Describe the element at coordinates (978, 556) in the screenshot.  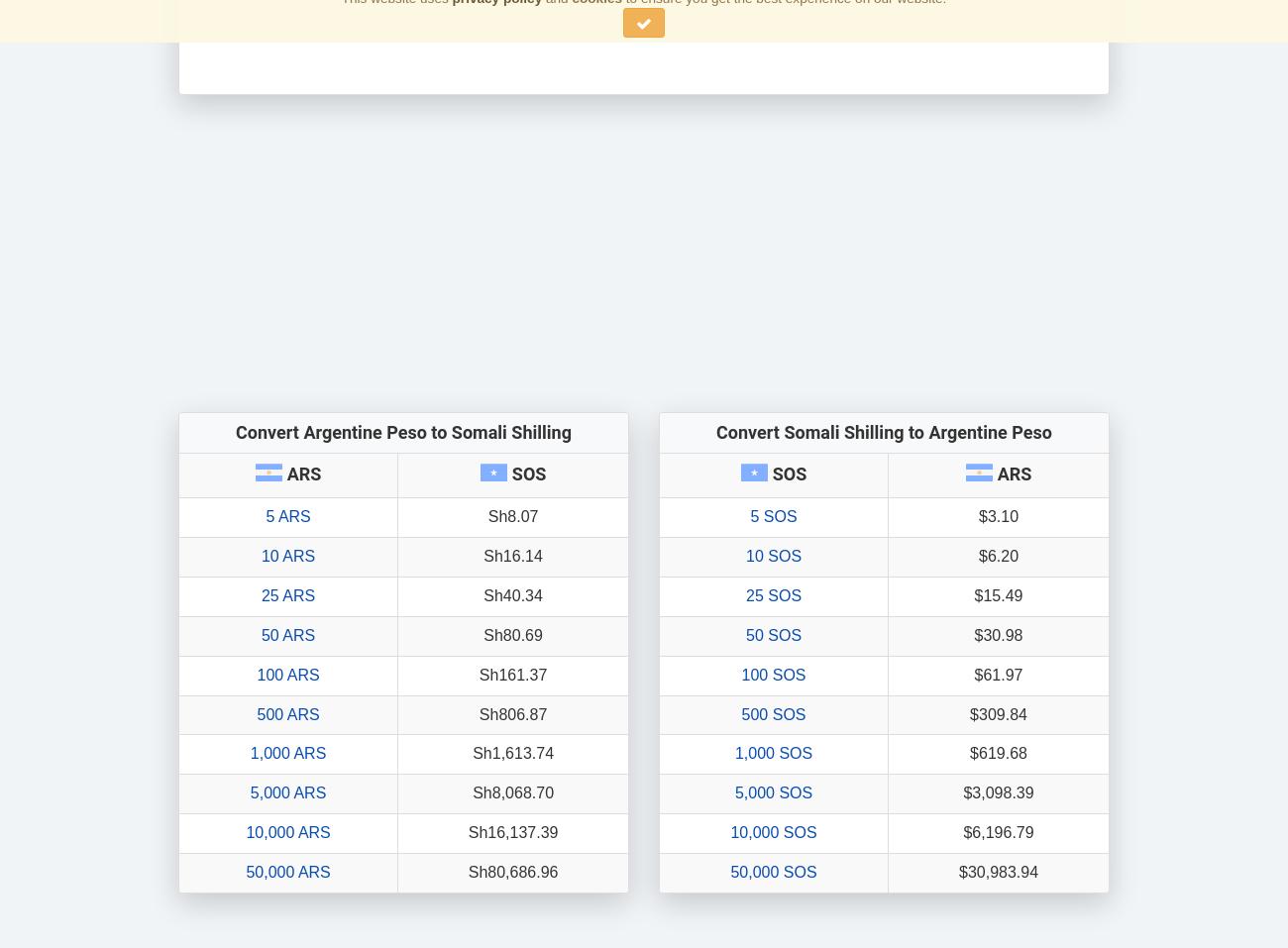
I see `'$6.20'` at that location.